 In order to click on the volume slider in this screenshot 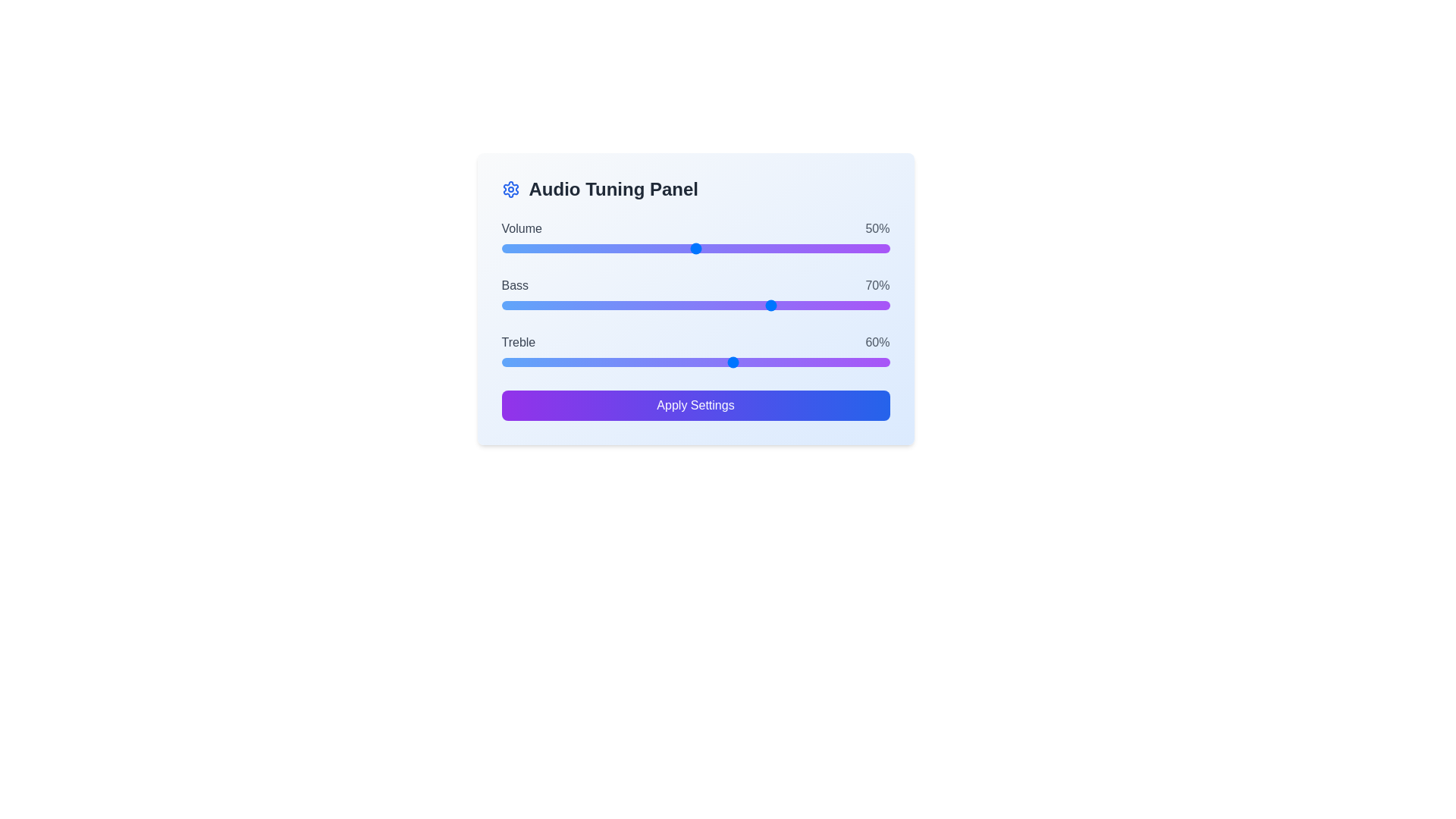, I will do `click(664, 247)`.